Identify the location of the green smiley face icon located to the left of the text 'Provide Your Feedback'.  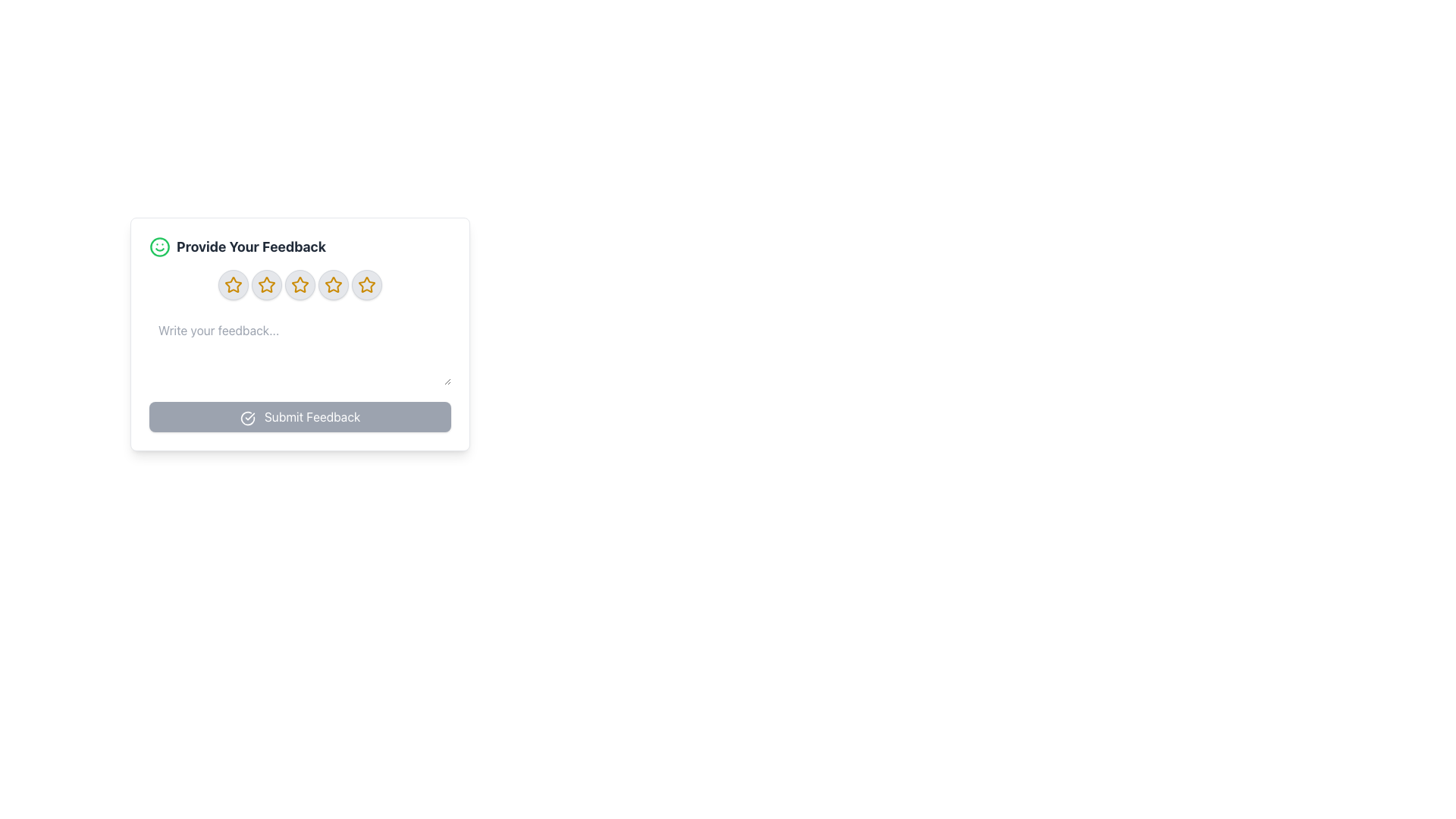
(160, 246).